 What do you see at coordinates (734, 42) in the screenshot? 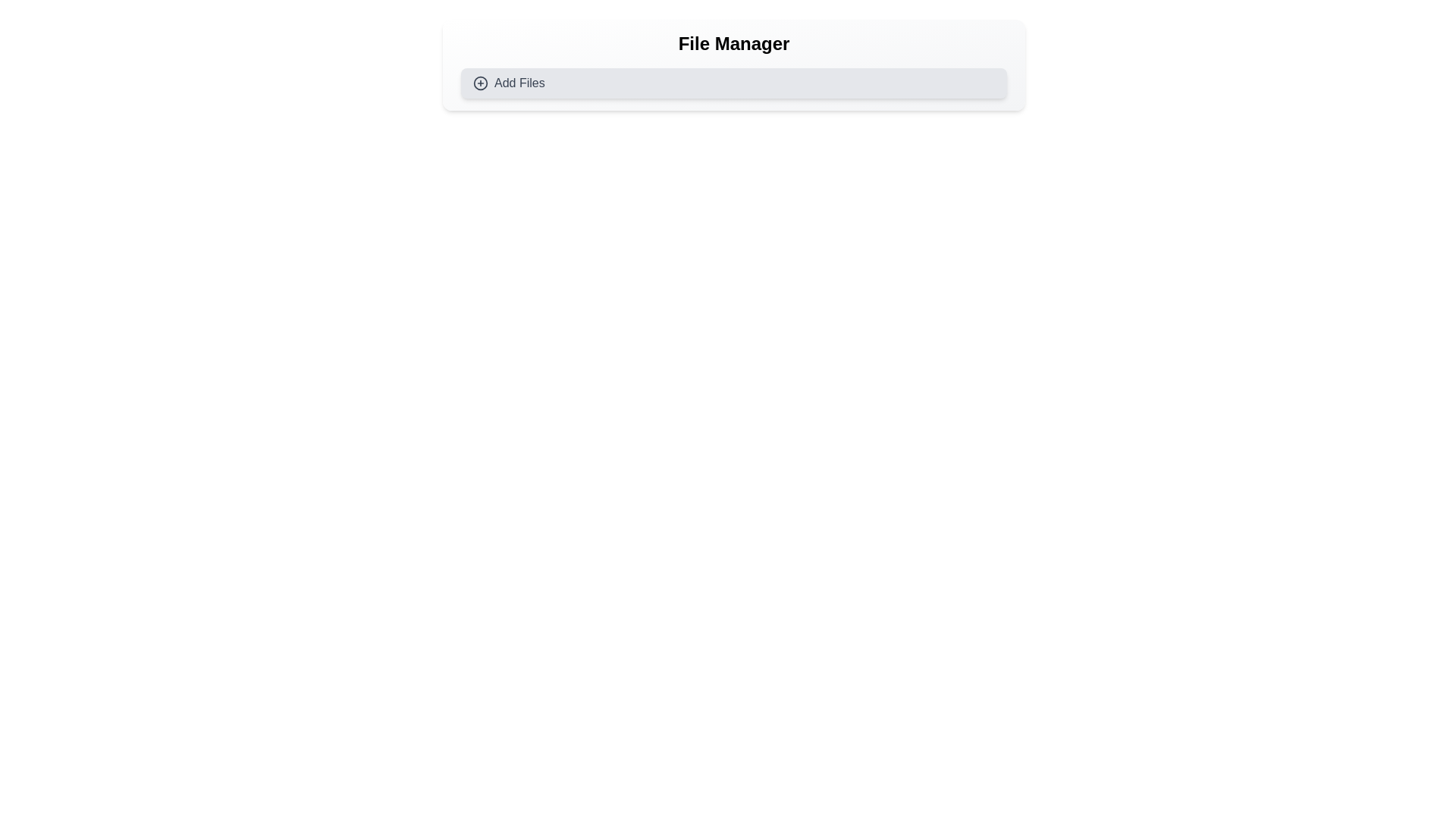
I see `the header or title text indicating file management, which is located at the top-center of the component above the 'Add Files' button` at bounding box center [734, 42].